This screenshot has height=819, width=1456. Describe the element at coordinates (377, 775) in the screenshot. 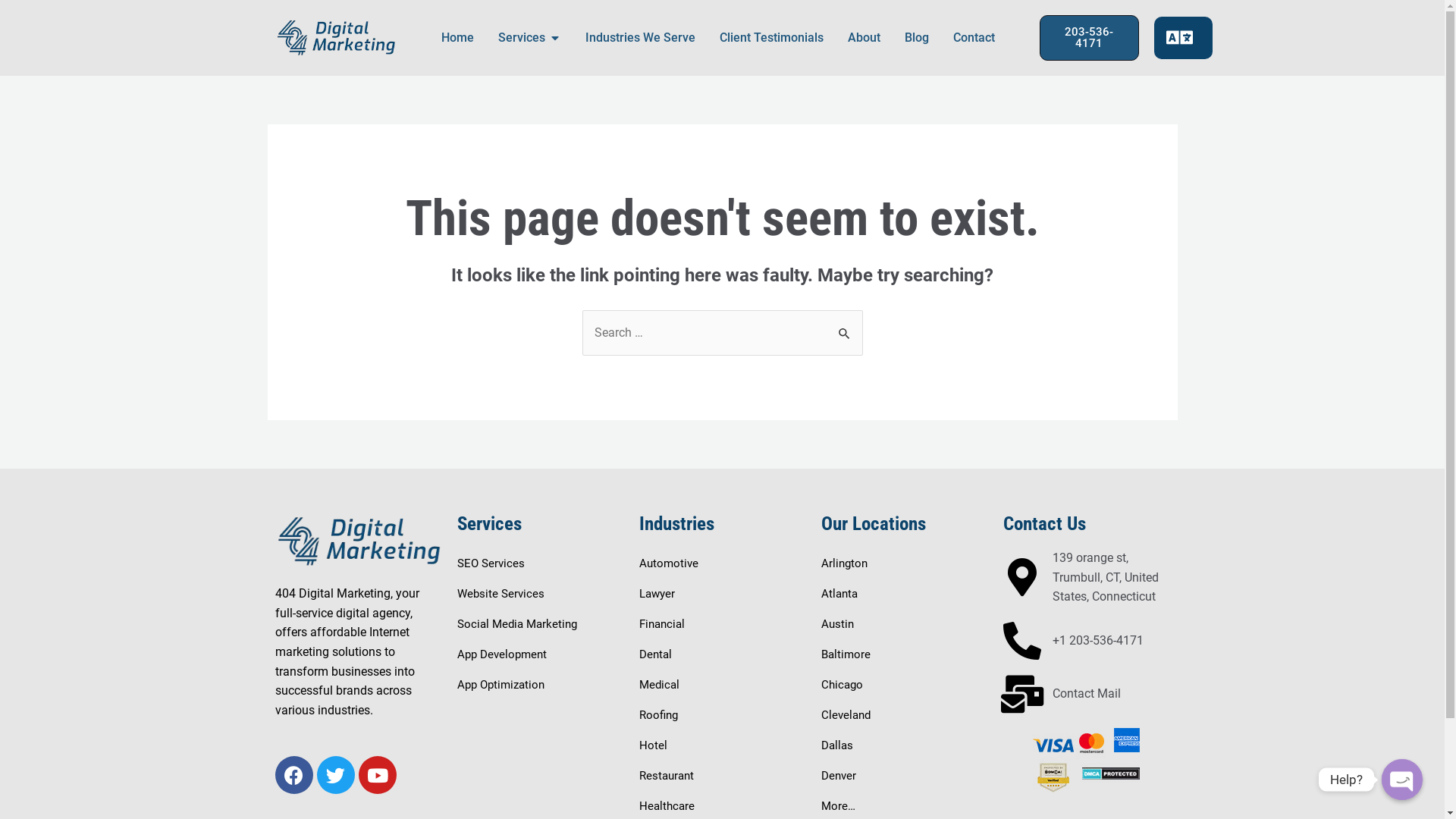

I see `'Youtube'` at that location.